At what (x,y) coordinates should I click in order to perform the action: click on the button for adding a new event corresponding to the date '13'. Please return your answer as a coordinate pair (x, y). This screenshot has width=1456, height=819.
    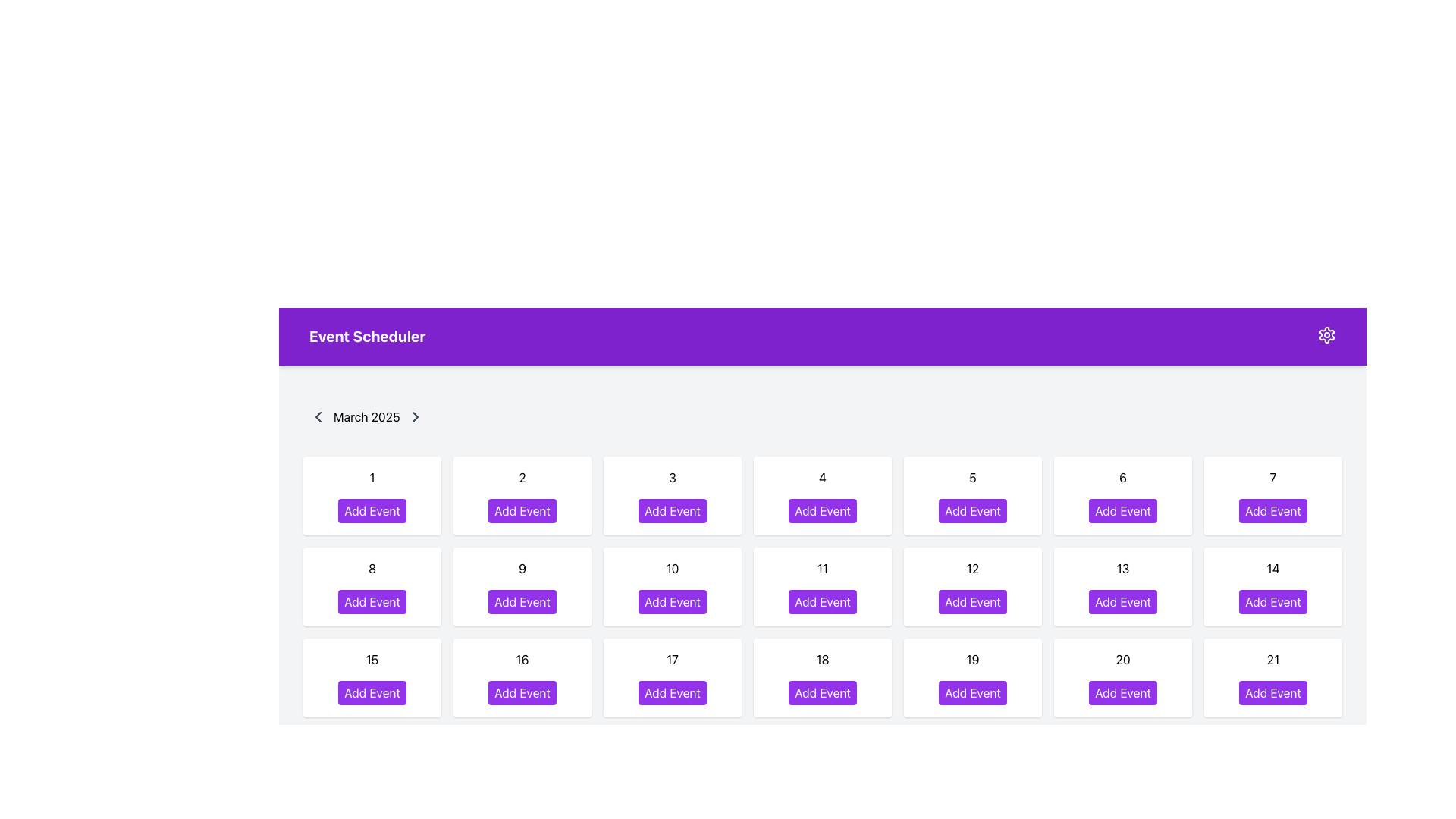
    Looking at the image, I should click on (1123, 601).